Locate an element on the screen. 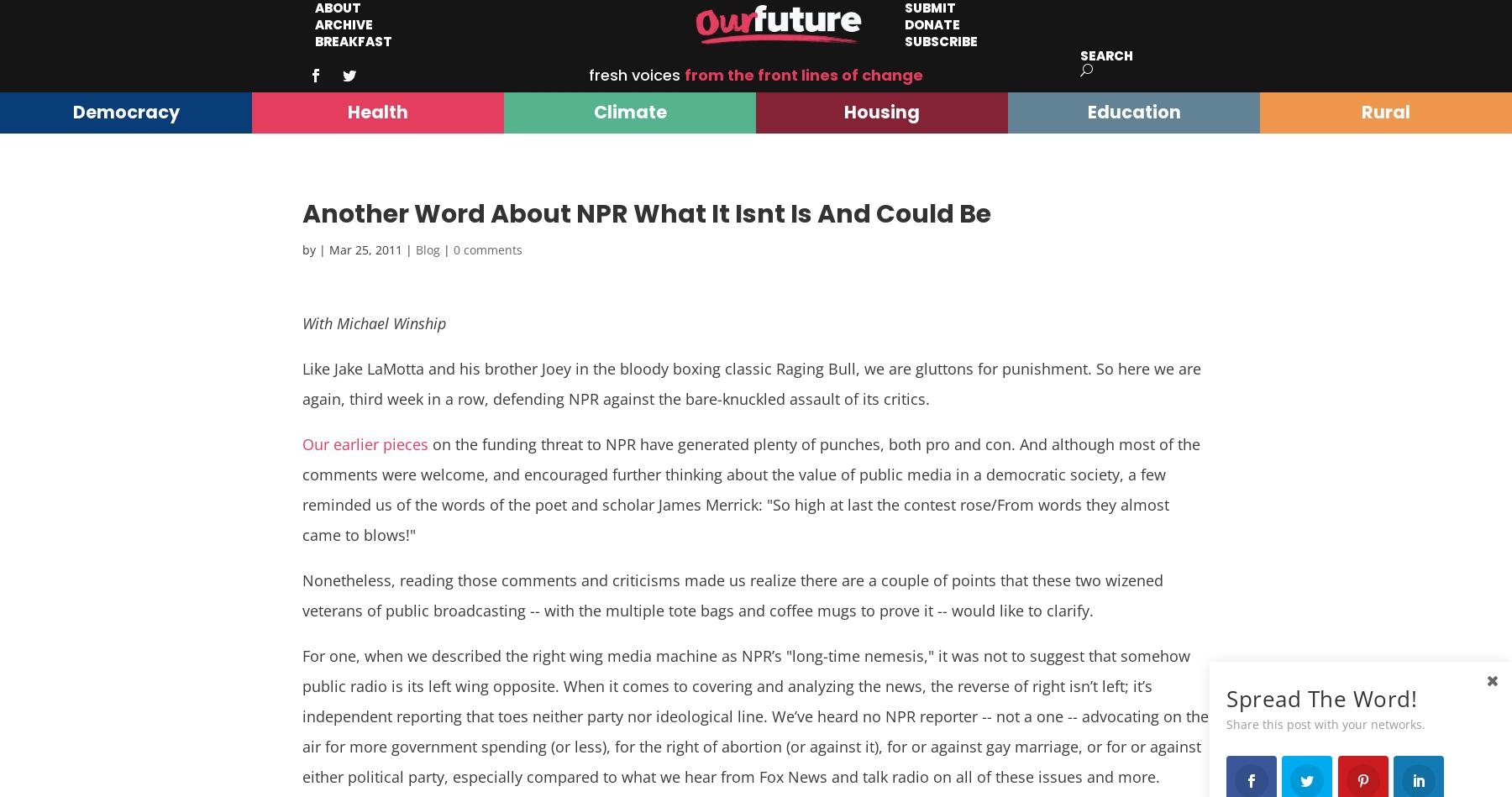  'Like Jake LaMotta and his brother Joey in the bloody boxing classic Raging Bull, we are gluttons for punishment. So here we are again, third week in a row, defending NPR against the bare-knuckled assault of its critics.' is located at coordinates (751, 384).